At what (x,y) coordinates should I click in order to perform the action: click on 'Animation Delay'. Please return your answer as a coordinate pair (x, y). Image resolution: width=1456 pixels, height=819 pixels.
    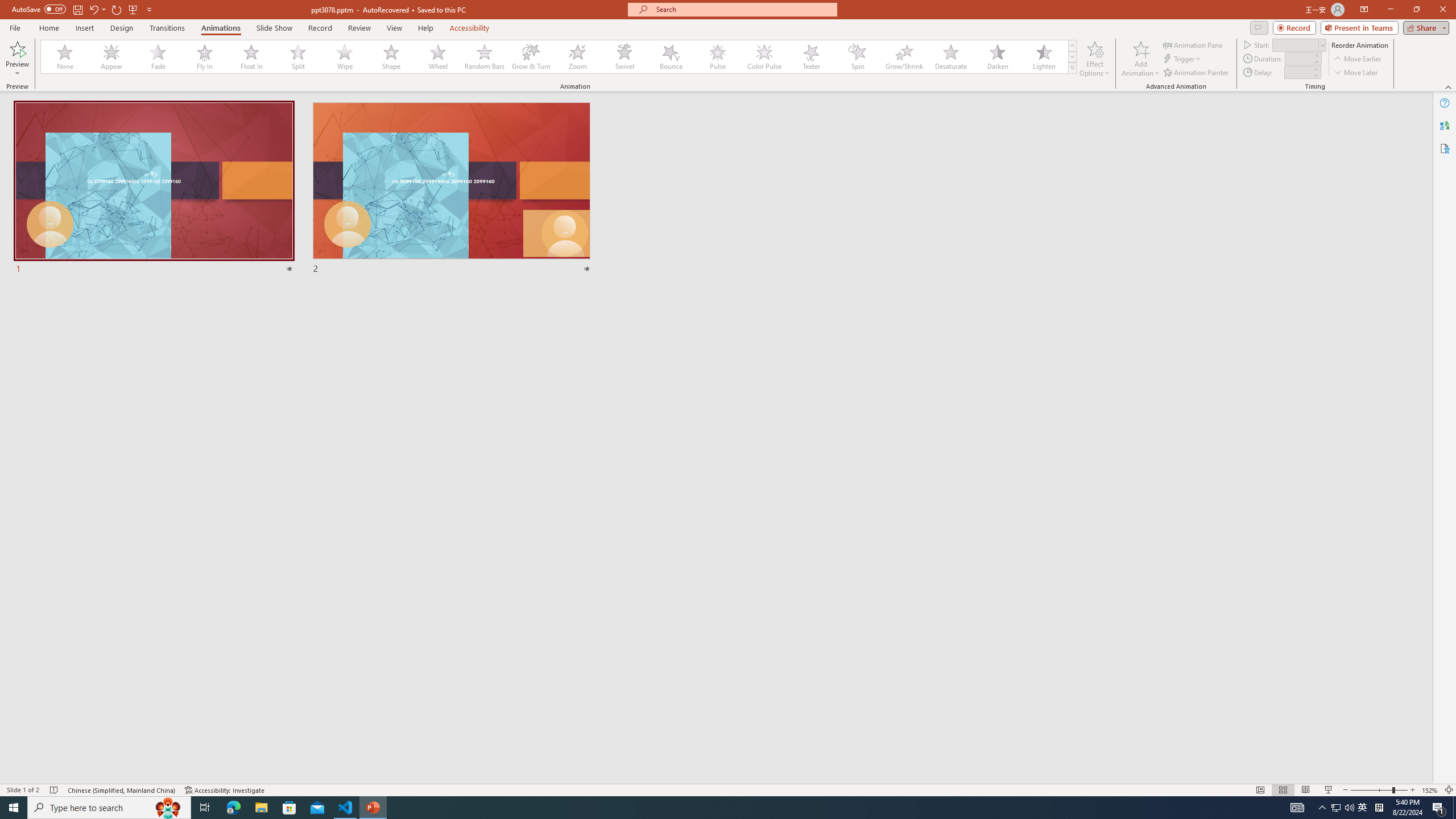
    Looking at the image, I should click on (1296, 72).